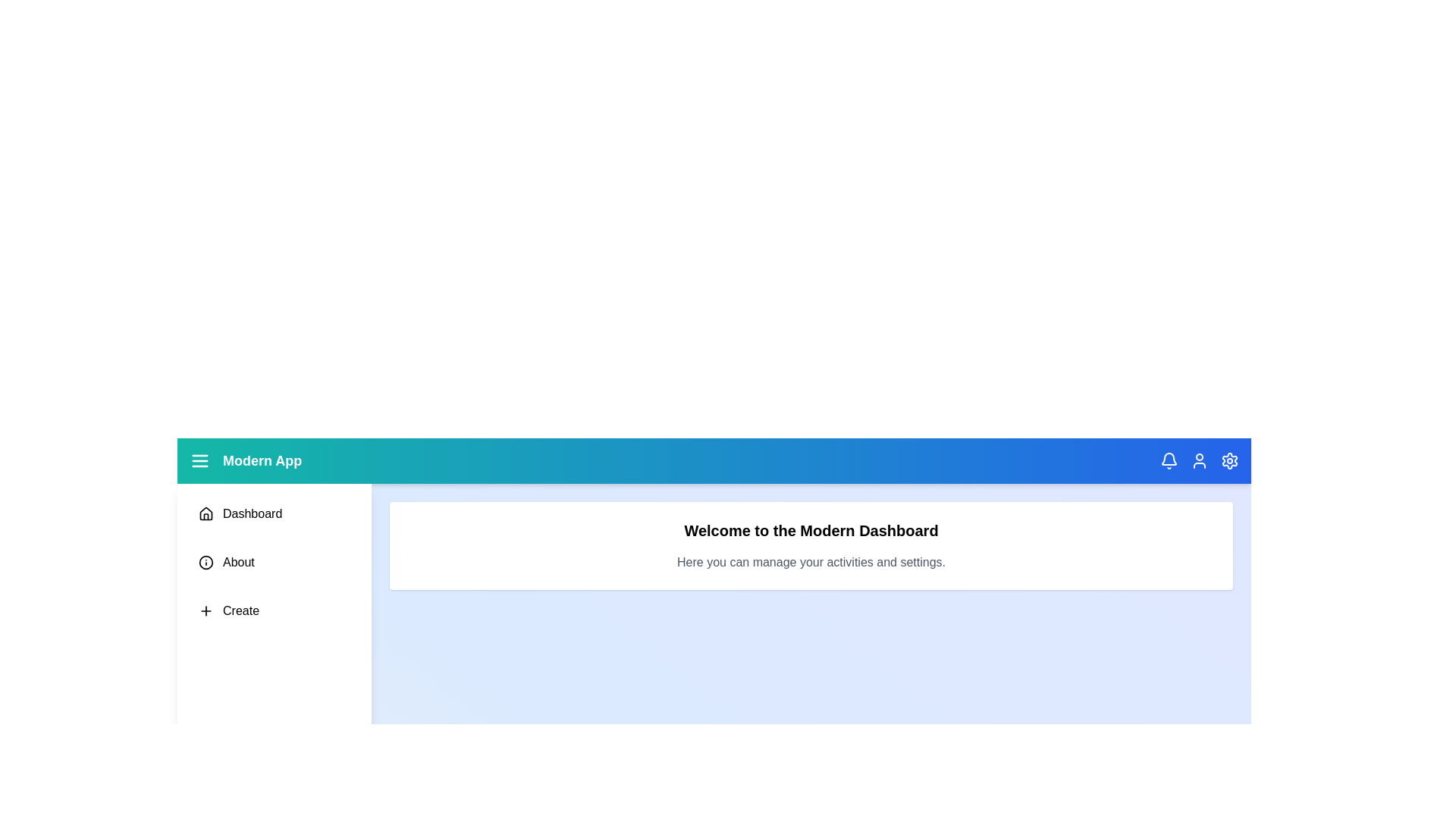  What do you see at coordinates (1199, 460) in the screenshot?
I see `the interactive element user_icon to observe visual feedback` at bounding box center [1199, 460].